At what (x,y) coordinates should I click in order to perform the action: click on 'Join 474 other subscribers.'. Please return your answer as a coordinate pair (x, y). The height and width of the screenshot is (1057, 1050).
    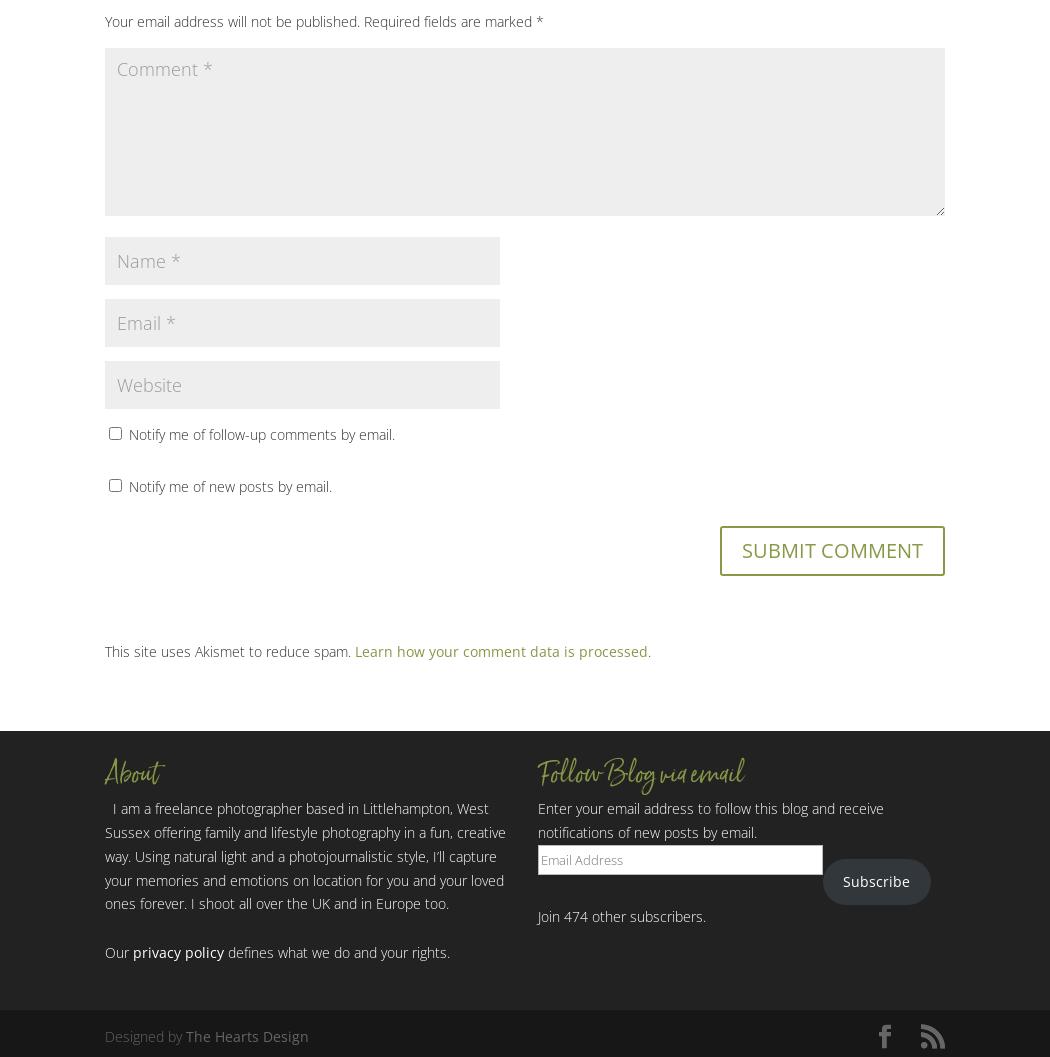
    Looking at the image, I should click on (620, 916).